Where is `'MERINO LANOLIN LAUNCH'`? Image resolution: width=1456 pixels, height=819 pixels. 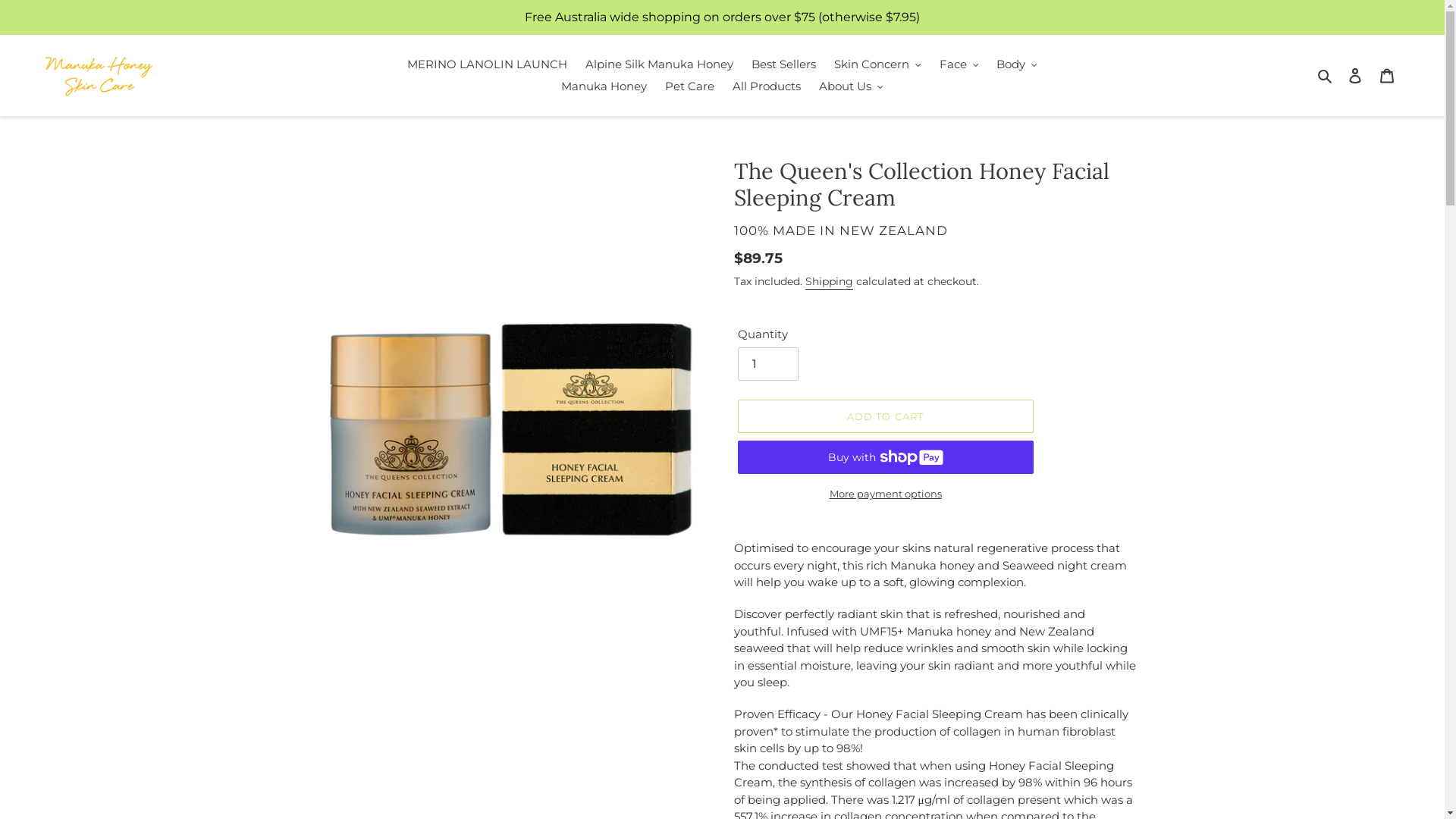
'MERINO LANOLIN LAUNCH' is located at coordinates (487, 64).